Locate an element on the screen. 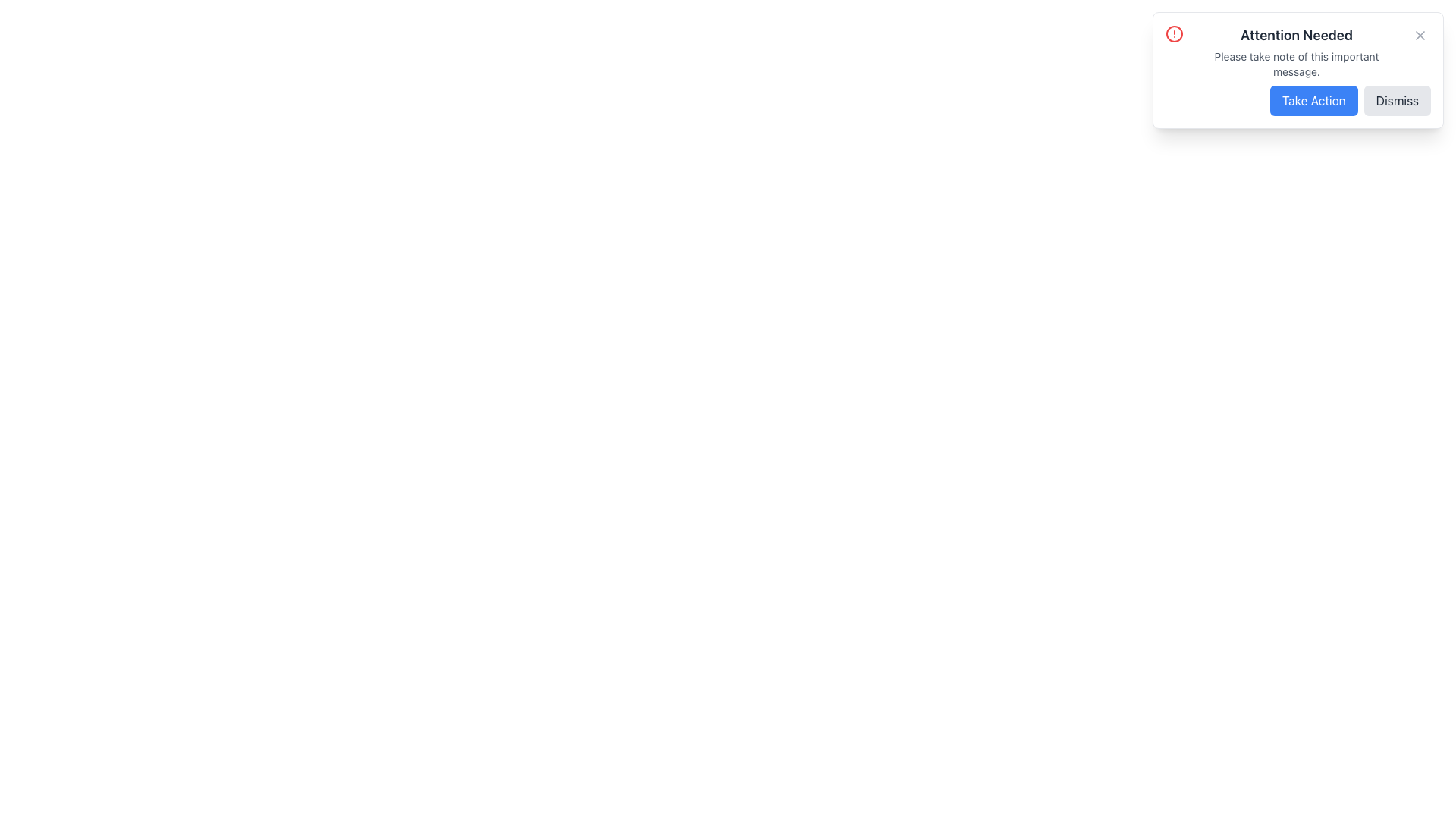  the Close Icon located at the top-right corner of the modal is located at coordinates (1419, 34).